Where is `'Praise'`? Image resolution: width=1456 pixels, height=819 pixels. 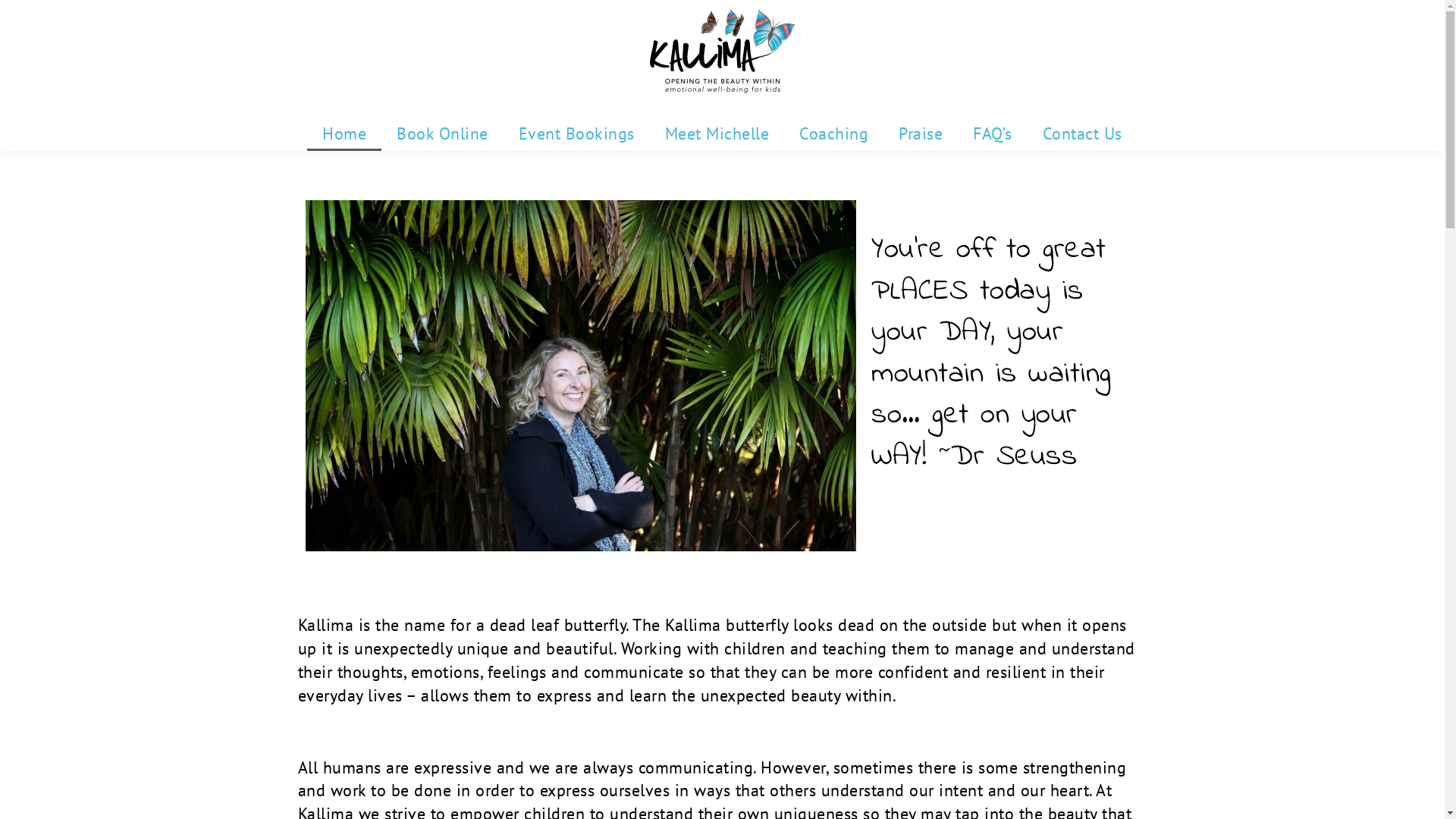
'Praise' is located at coordinates (920, 133).